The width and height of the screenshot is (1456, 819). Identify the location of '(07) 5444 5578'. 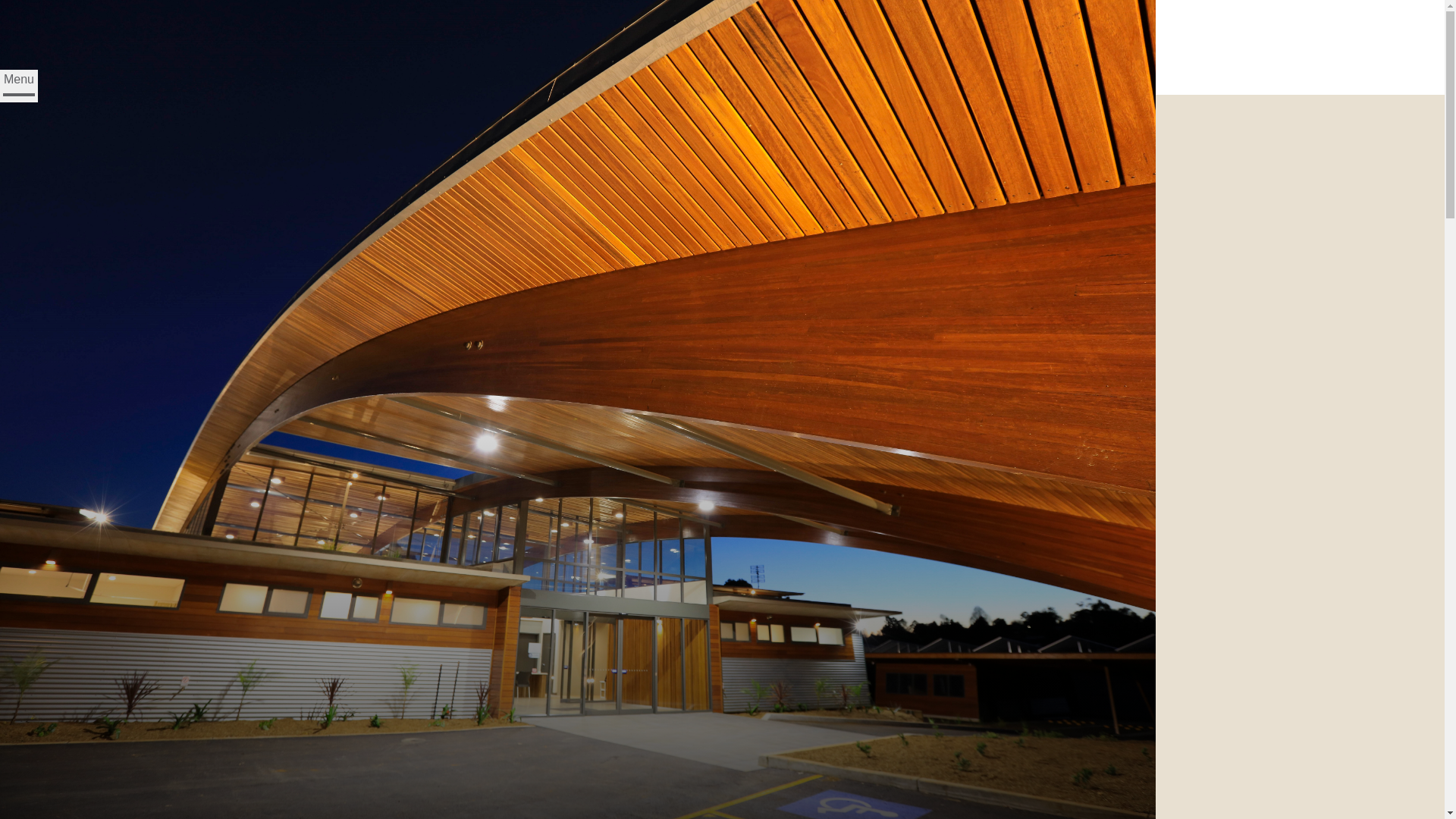
(0, 61).